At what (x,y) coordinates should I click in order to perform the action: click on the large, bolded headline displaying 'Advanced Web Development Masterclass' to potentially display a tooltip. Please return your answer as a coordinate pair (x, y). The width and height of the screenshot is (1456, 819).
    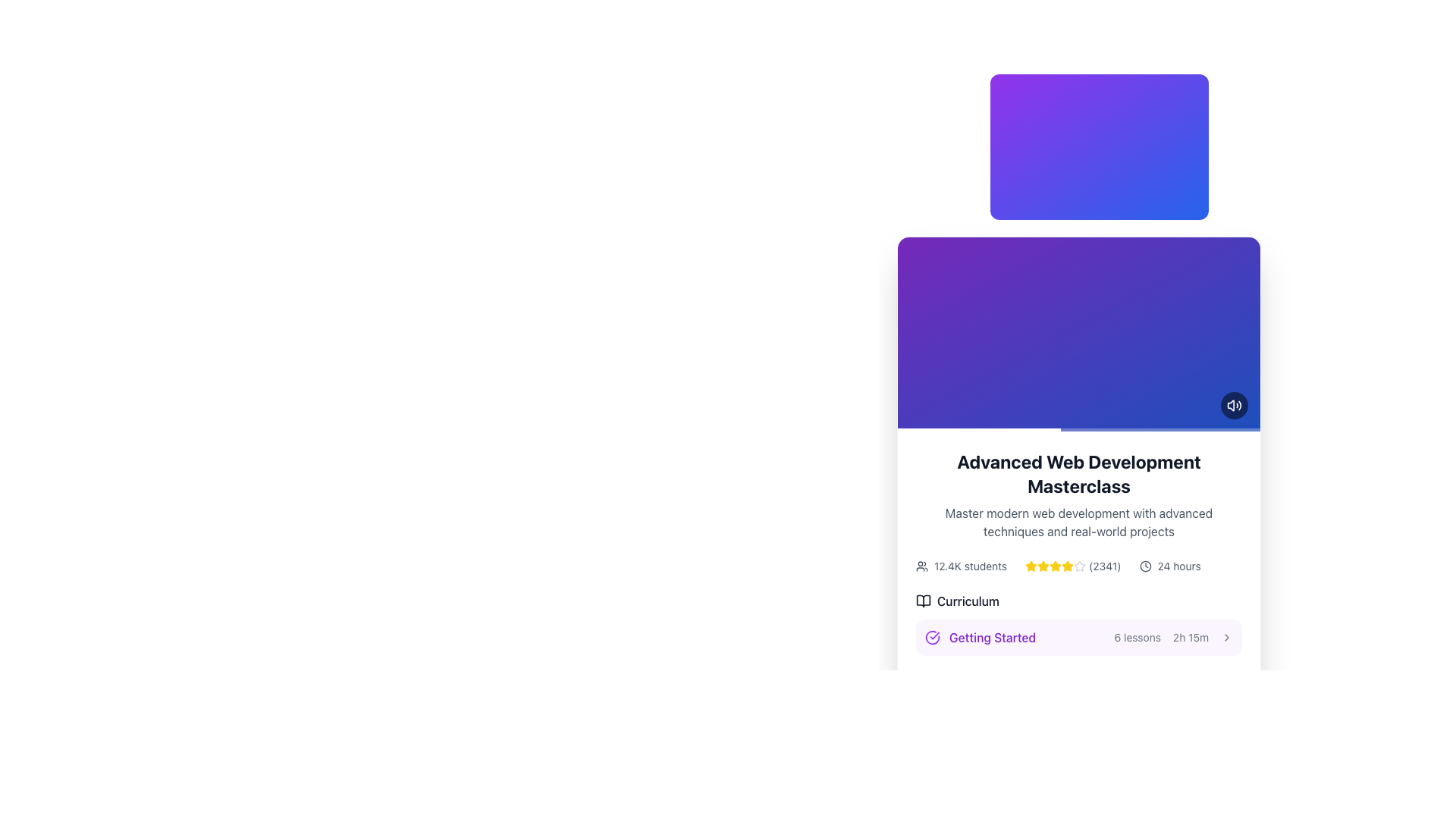
    Looking at the image, I should click on (1078, 472).